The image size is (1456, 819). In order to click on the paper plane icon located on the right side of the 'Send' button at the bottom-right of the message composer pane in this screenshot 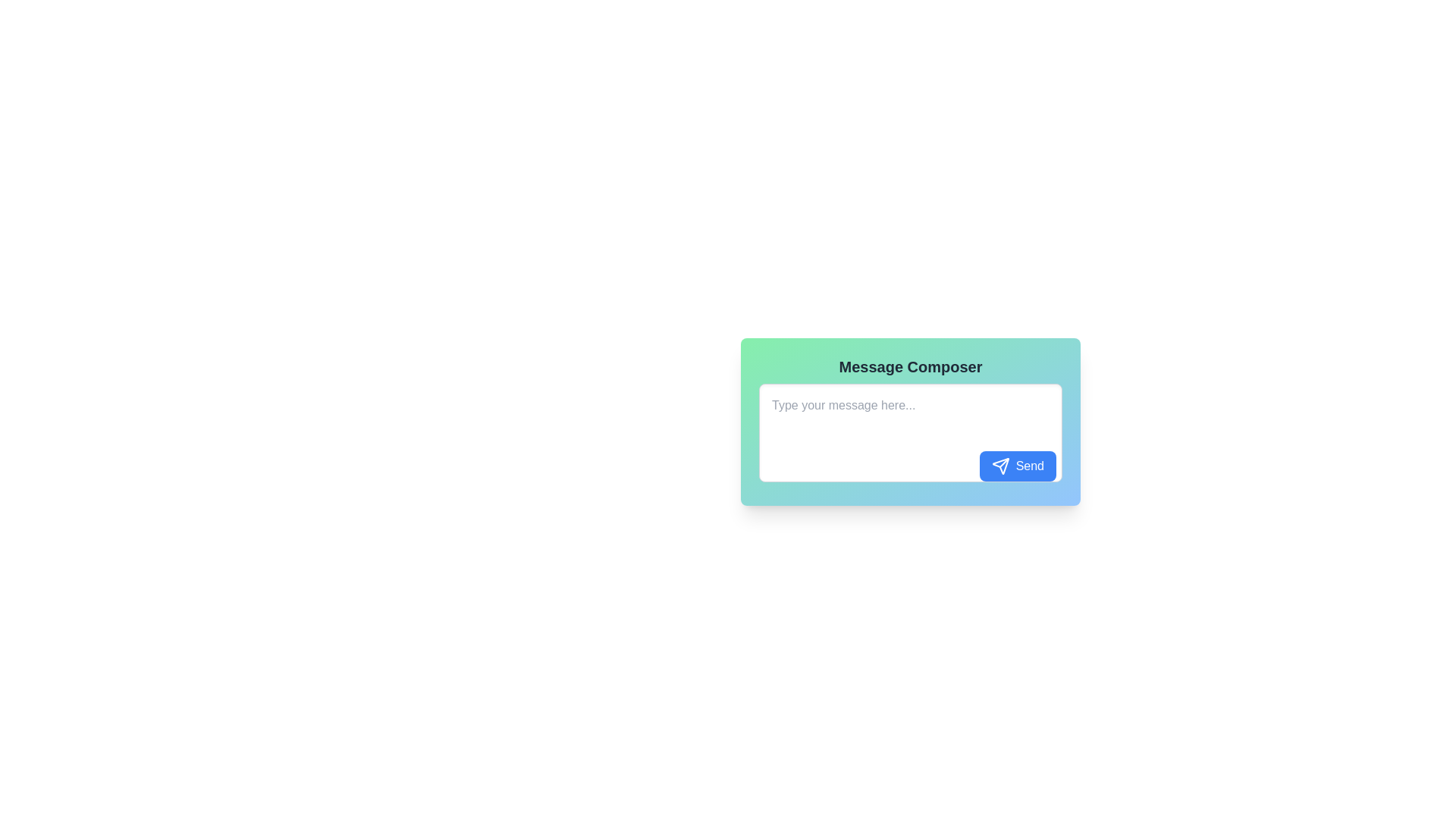, I will do `click(1000, 465)`.